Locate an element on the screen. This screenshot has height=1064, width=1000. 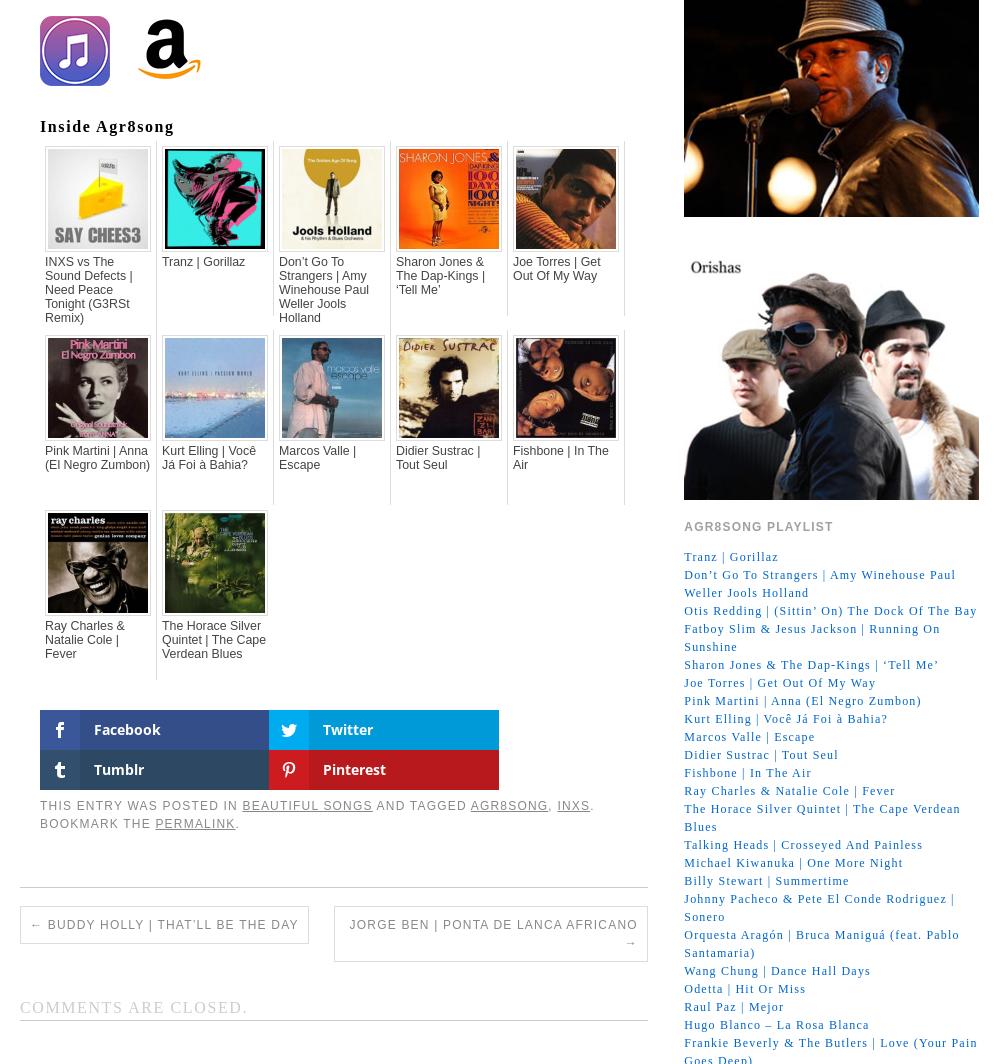
'Wang Chung | Dance Hall Days' is located at coordinates (777, 970).